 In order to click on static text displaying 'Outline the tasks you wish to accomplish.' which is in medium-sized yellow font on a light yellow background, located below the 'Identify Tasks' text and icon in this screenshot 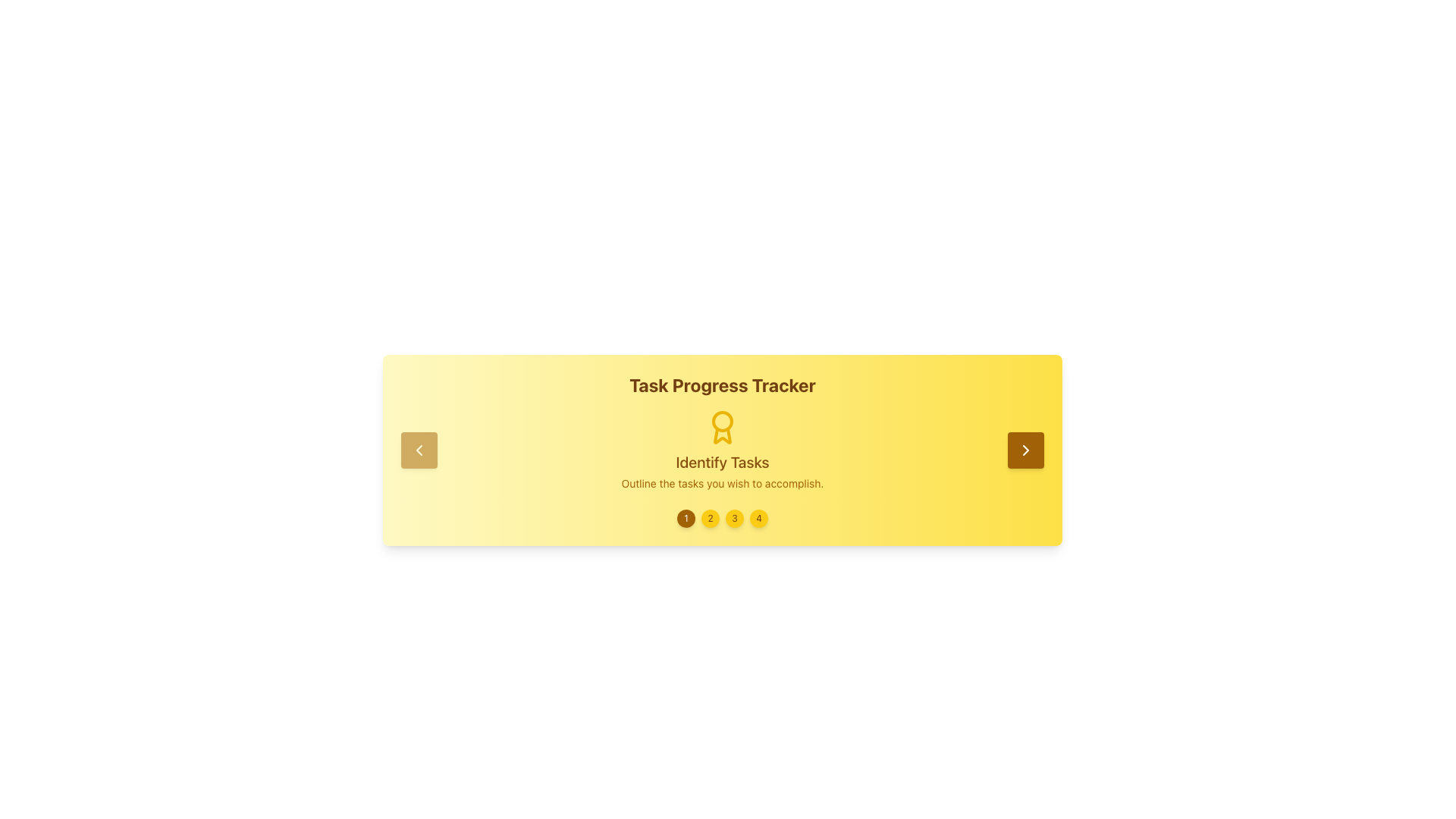, I will do `click(722, 483)`.